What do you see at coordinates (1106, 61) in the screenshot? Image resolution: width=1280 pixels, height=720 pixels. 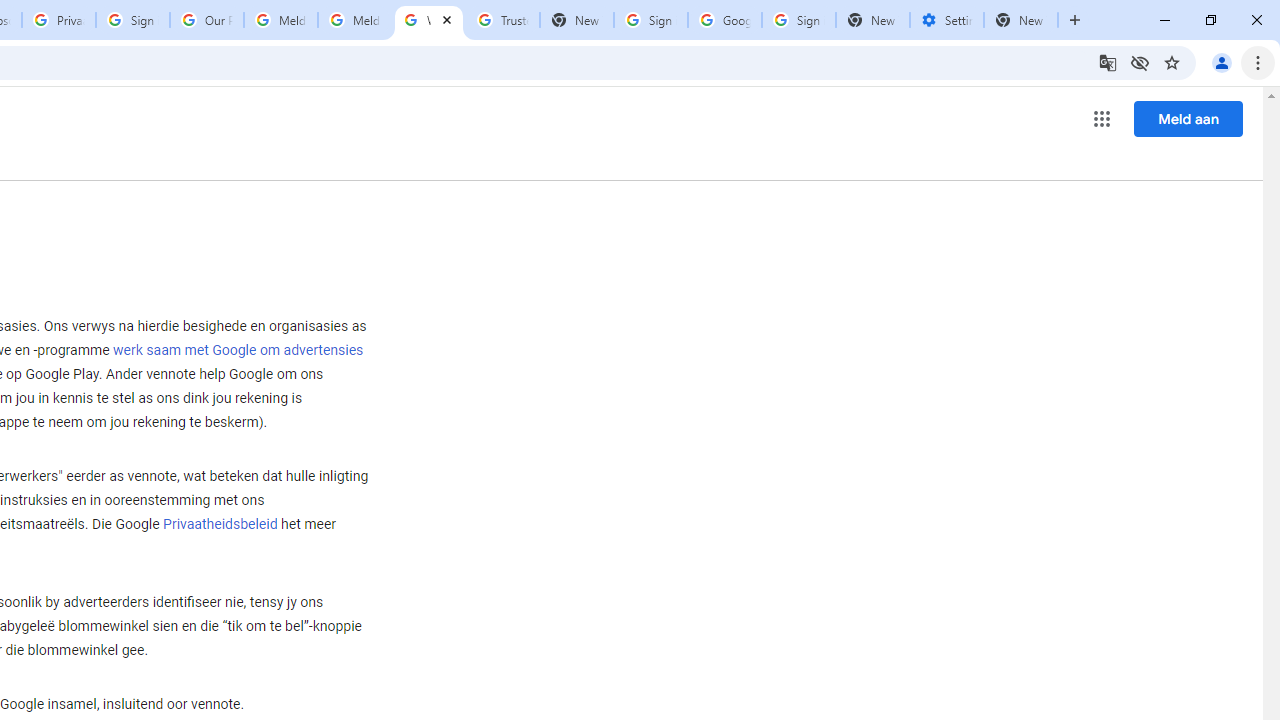 I see `'Translate this page'` at bounding box center [1106, 61].